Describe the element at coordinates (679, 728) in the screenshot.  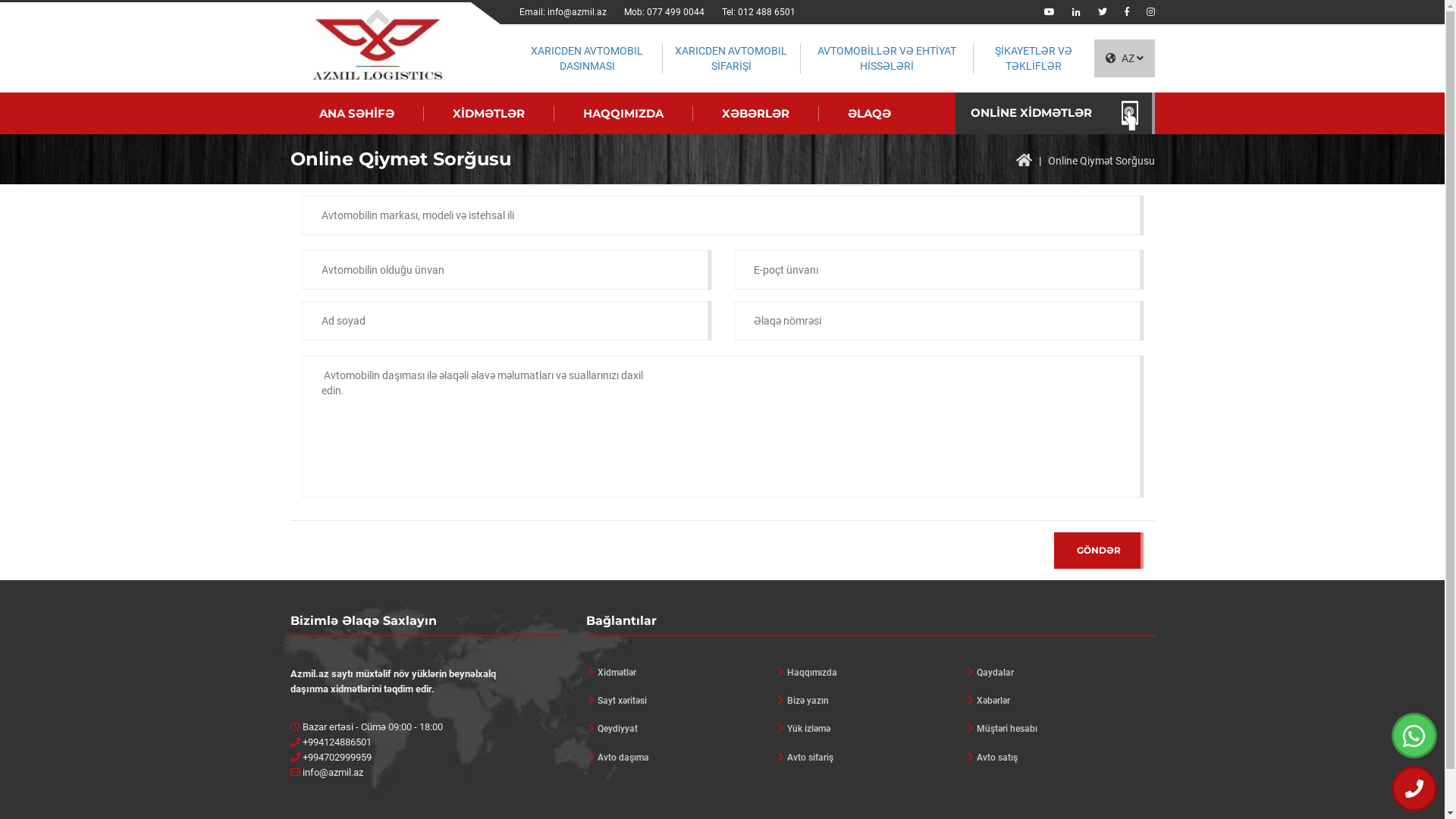
I see `'Qeydiyyat'` at that location.